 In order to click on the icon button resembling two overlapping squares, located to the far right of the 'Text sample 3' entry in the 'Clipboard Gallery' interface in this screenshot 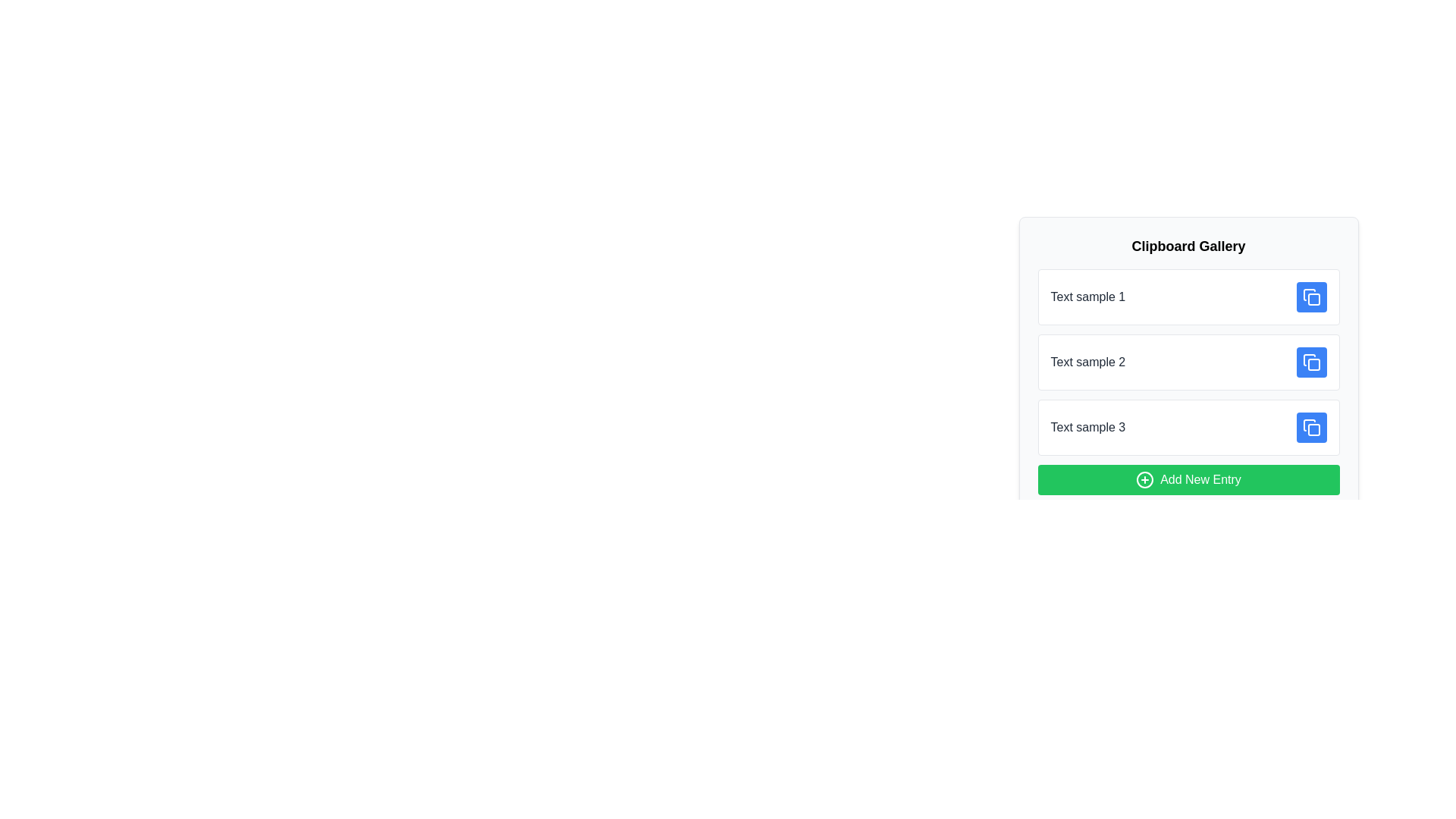, I will do `click(1310, 427)`.